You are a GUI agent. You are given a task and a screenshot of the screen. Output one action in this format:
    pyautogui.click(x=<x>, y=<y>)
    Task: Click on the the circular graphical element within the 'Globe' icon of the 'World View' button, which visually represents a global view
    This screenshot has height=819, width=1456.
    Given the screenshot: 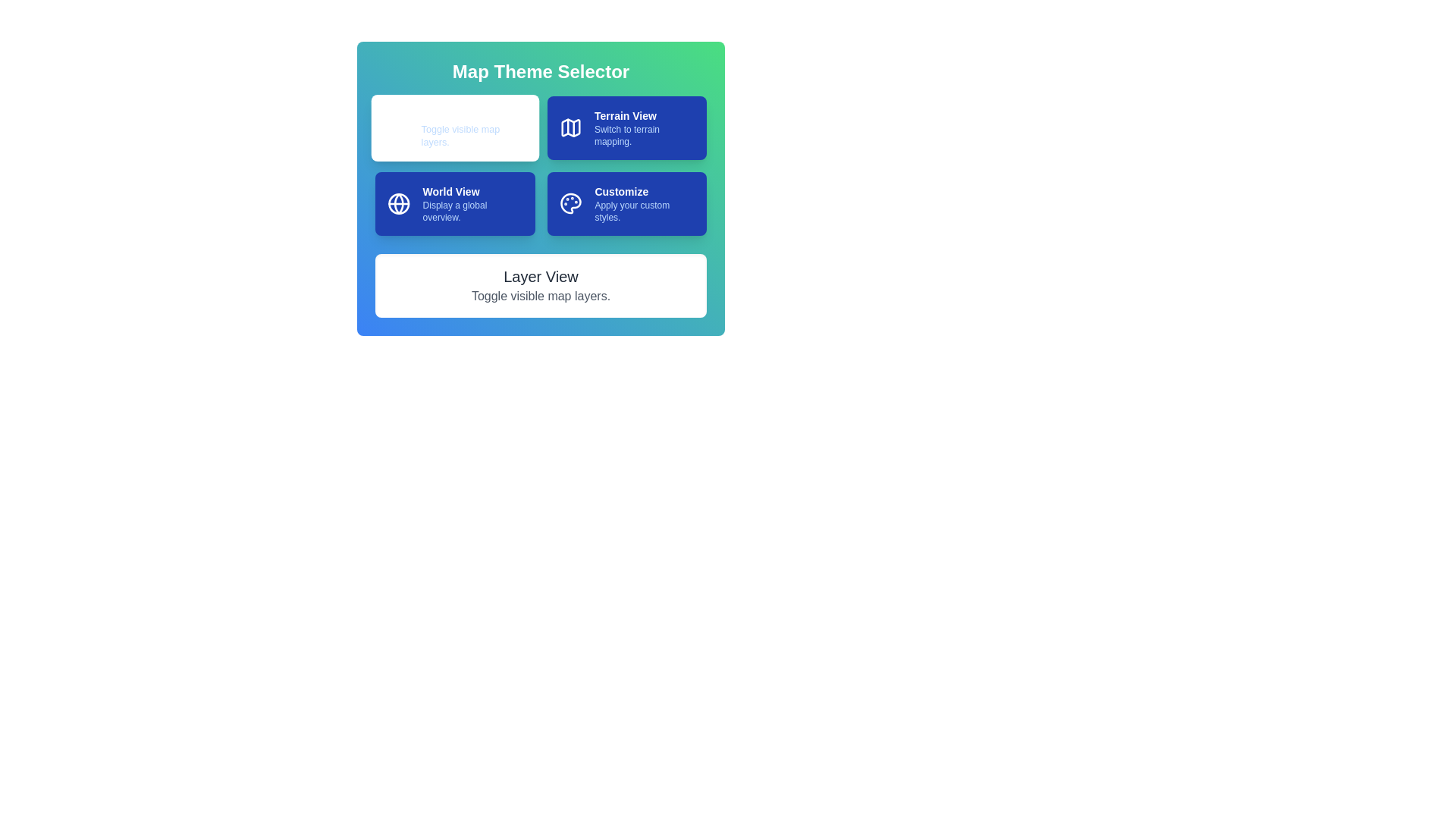 What is the action you would take?
    pyautogui.click(x=399, y=203)
    